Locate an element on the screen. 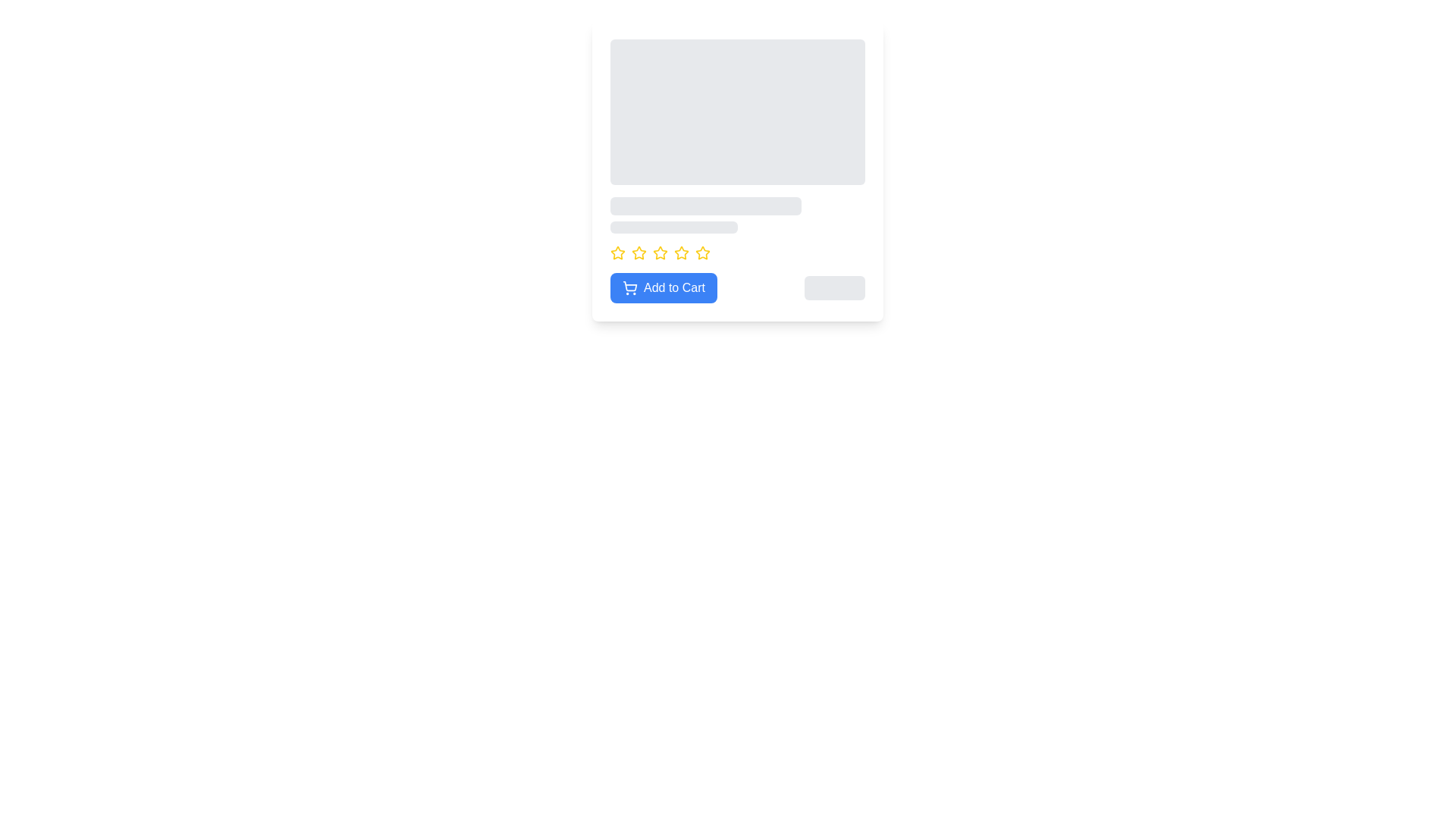 This screenshot has width=1456, height=819. the Loading Placeholder, which is a horizontal rectangular bar with rounded edges and a gray background, located within a card layout, positioned below an image placeholder is located at coordinates (705, 206).